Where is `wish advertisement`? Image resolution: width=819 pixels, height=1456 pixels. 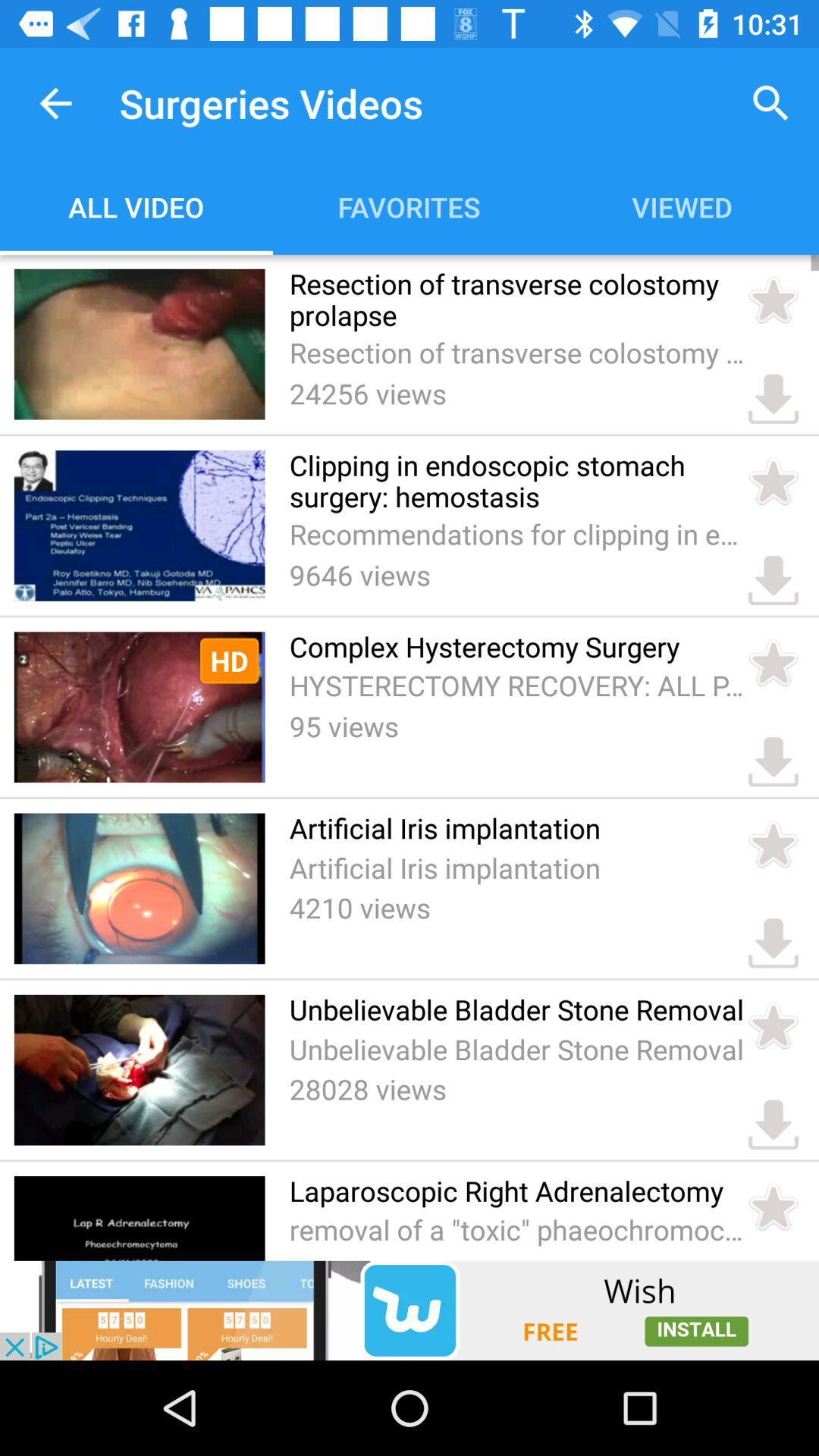 wish advertisement is located at coordinates (409, 1310).